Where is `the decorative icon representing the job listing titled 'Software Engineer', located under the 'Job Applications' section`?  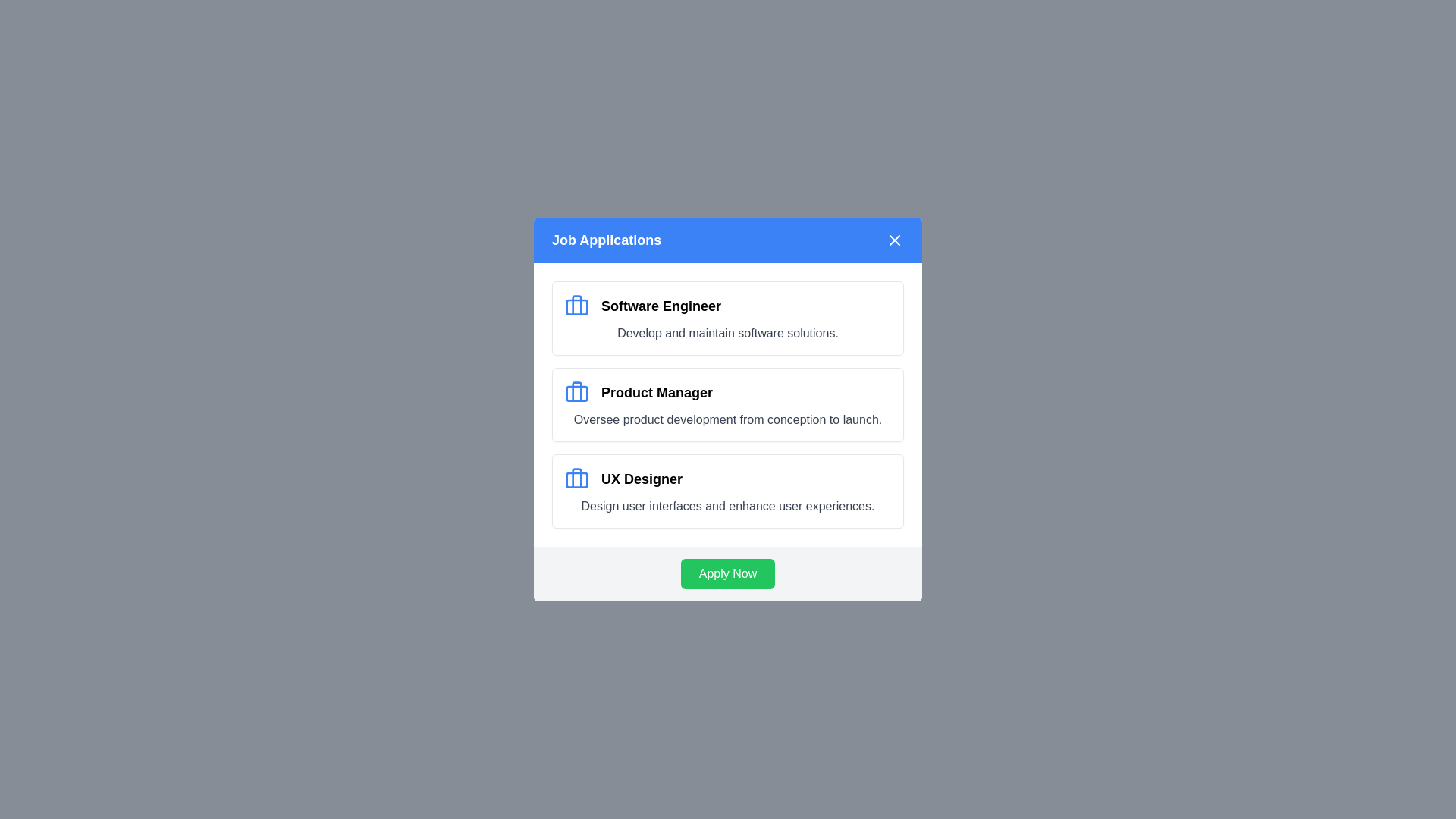
the decorative icon representing the job listing titled 'Software Engineer', located under the 'Job Applications' section is located at coordinates (576, 306).